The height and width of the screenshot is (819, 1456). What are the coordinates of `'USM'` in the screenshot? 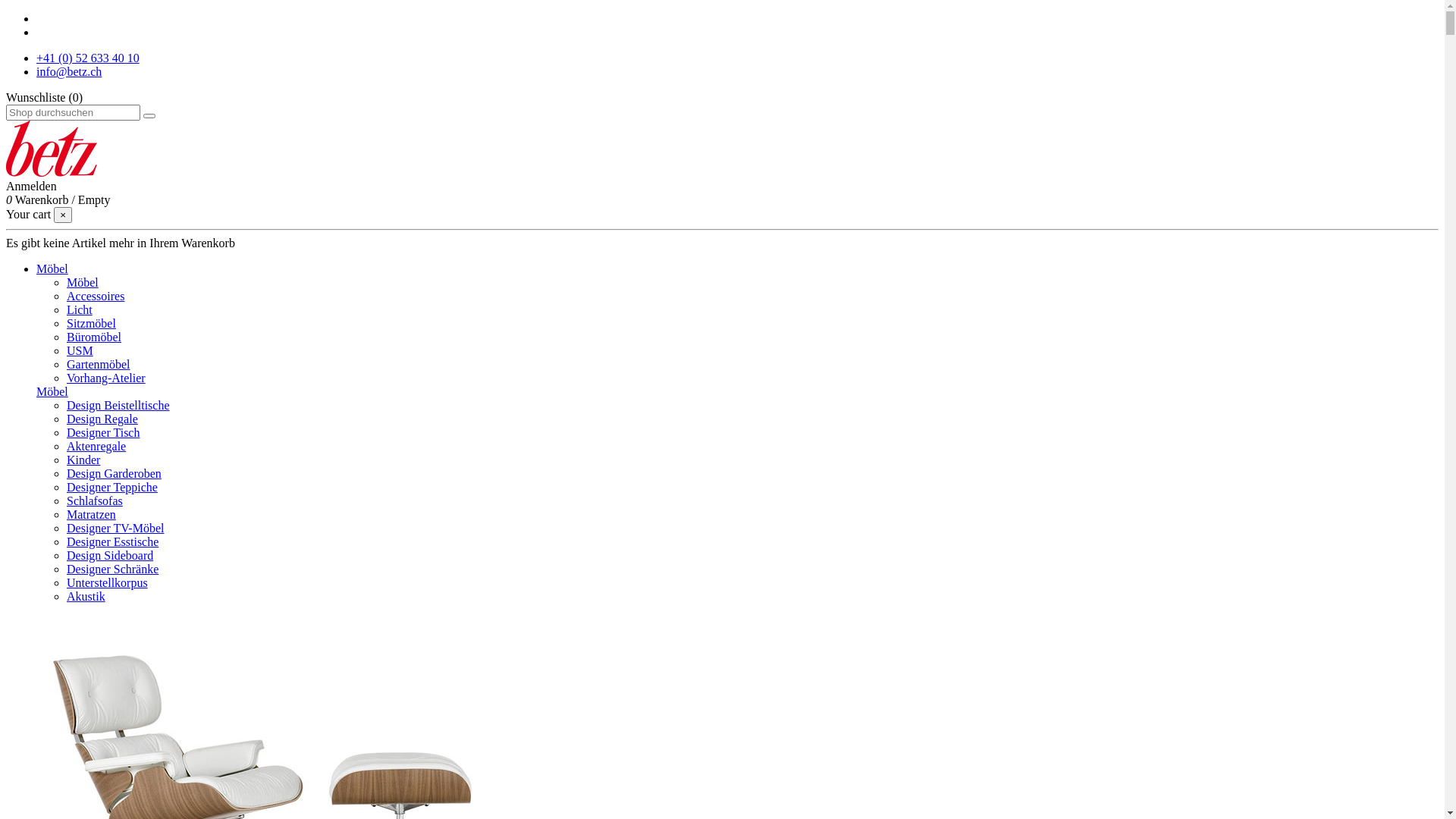 It's located at (79, 350).